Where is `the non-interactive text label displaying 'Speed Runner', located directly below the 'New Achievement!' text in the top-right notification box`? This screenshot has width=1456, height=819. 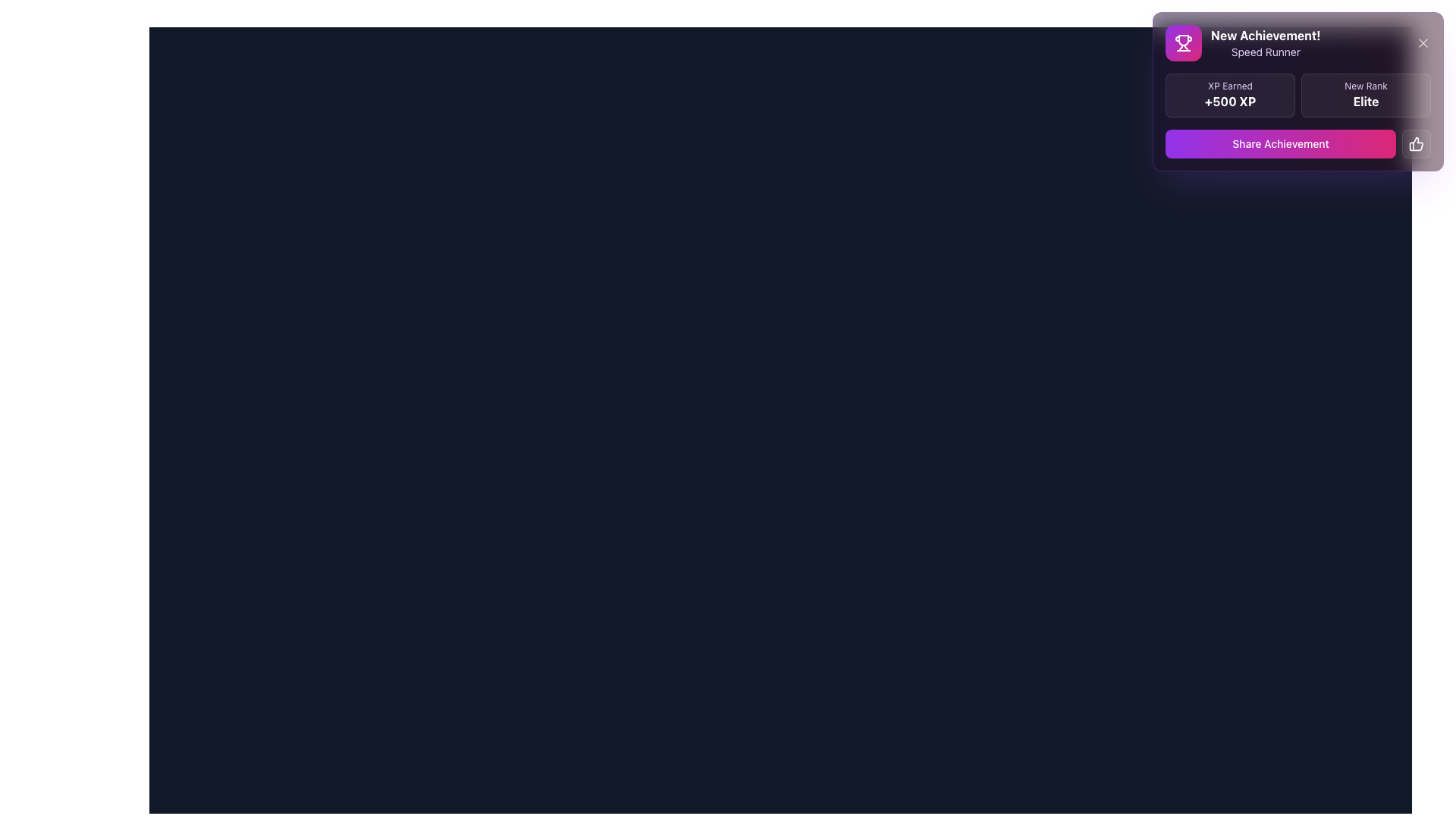
the non-interactive text label displaying 'Speed Runner', located directly below the 'New Achievement!' text in the top-right notification box is located at coordinates (1266, 52).